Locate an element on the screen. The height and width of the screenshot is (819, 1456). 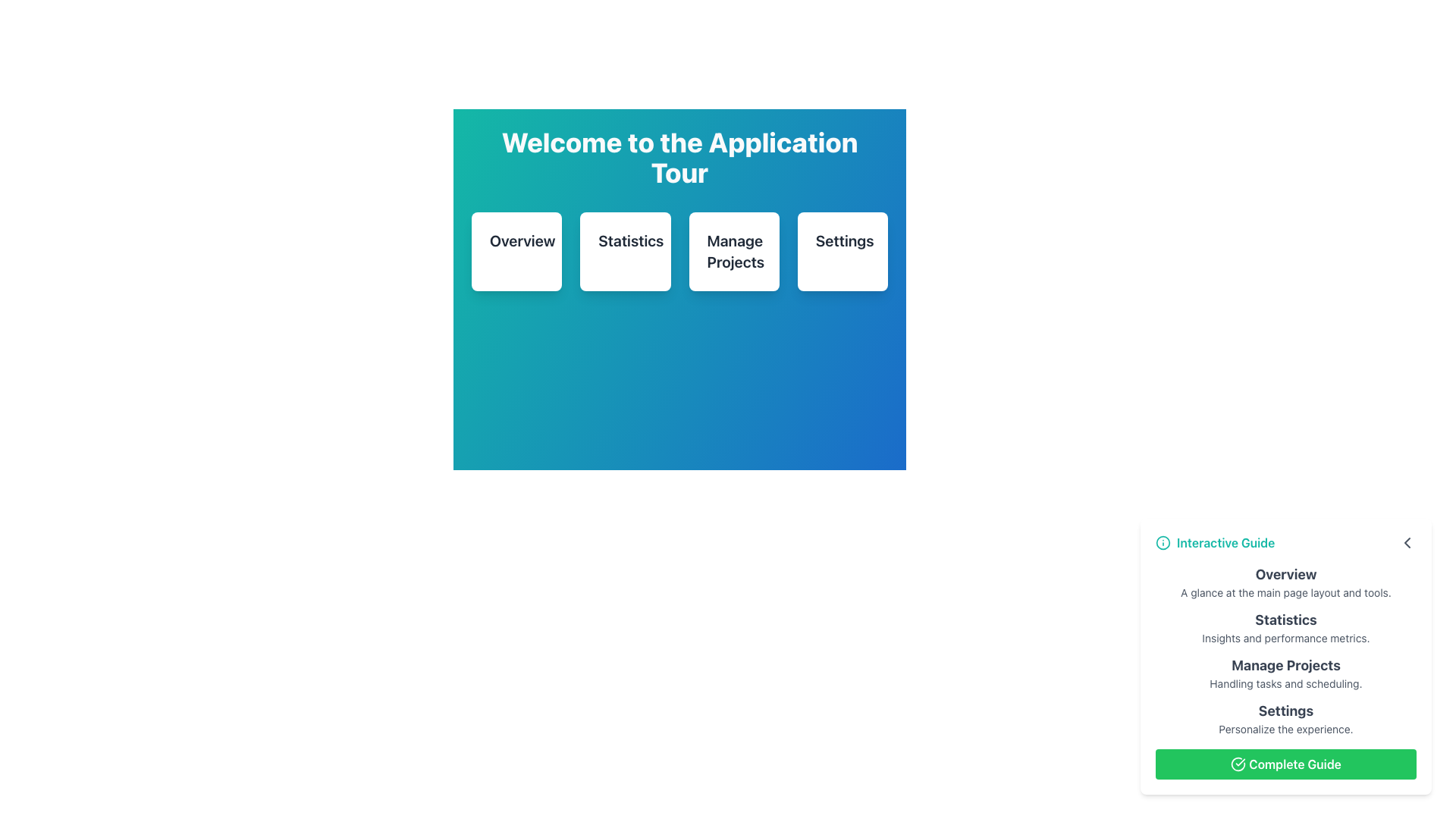
the Text Grouping element that serves as the informational section header for the 'Settings' category, positioned above the 'Complete Guide' button in the side panel is located at coordinates (1285, 718).